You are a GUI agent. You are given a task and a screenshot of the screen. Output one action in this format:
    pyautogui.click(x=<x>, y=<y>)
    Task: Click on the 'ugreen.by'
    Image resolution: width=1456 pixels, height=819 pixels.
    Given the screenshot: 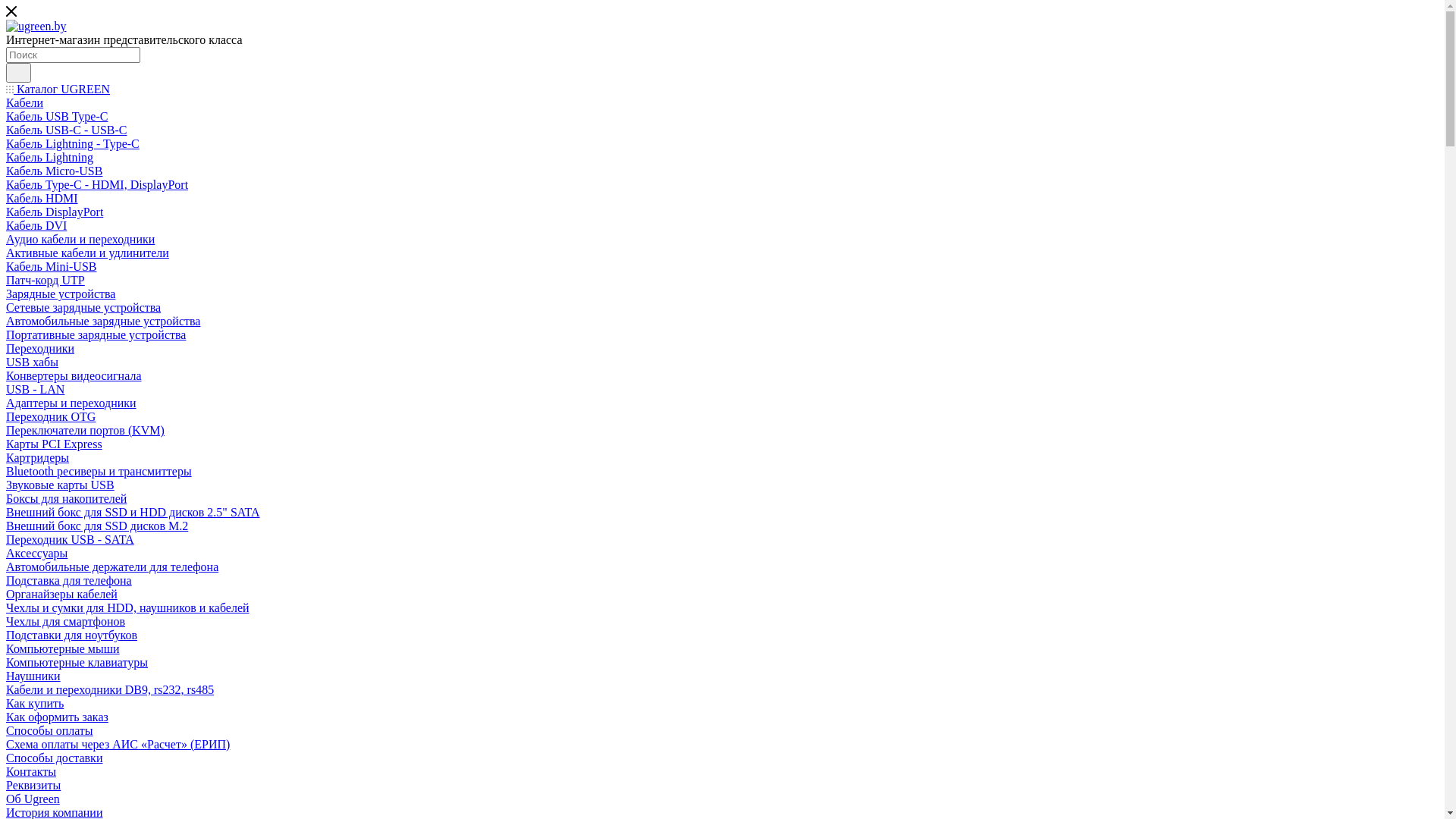 What is the action you would take?
    pyautogui.click(x=6, y=26)
    